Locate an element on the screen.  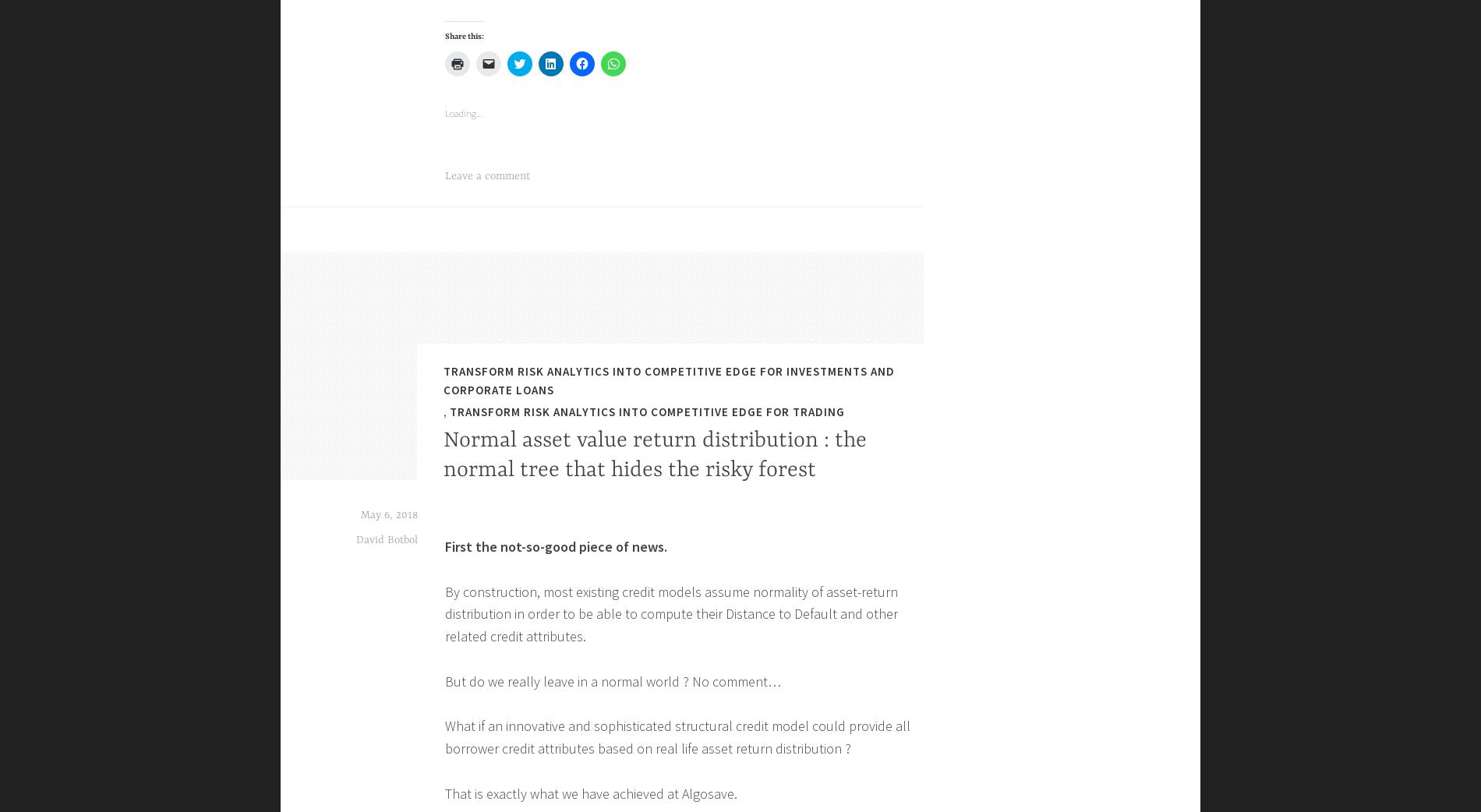
'Loading...' is located at coordinates (464, 765).